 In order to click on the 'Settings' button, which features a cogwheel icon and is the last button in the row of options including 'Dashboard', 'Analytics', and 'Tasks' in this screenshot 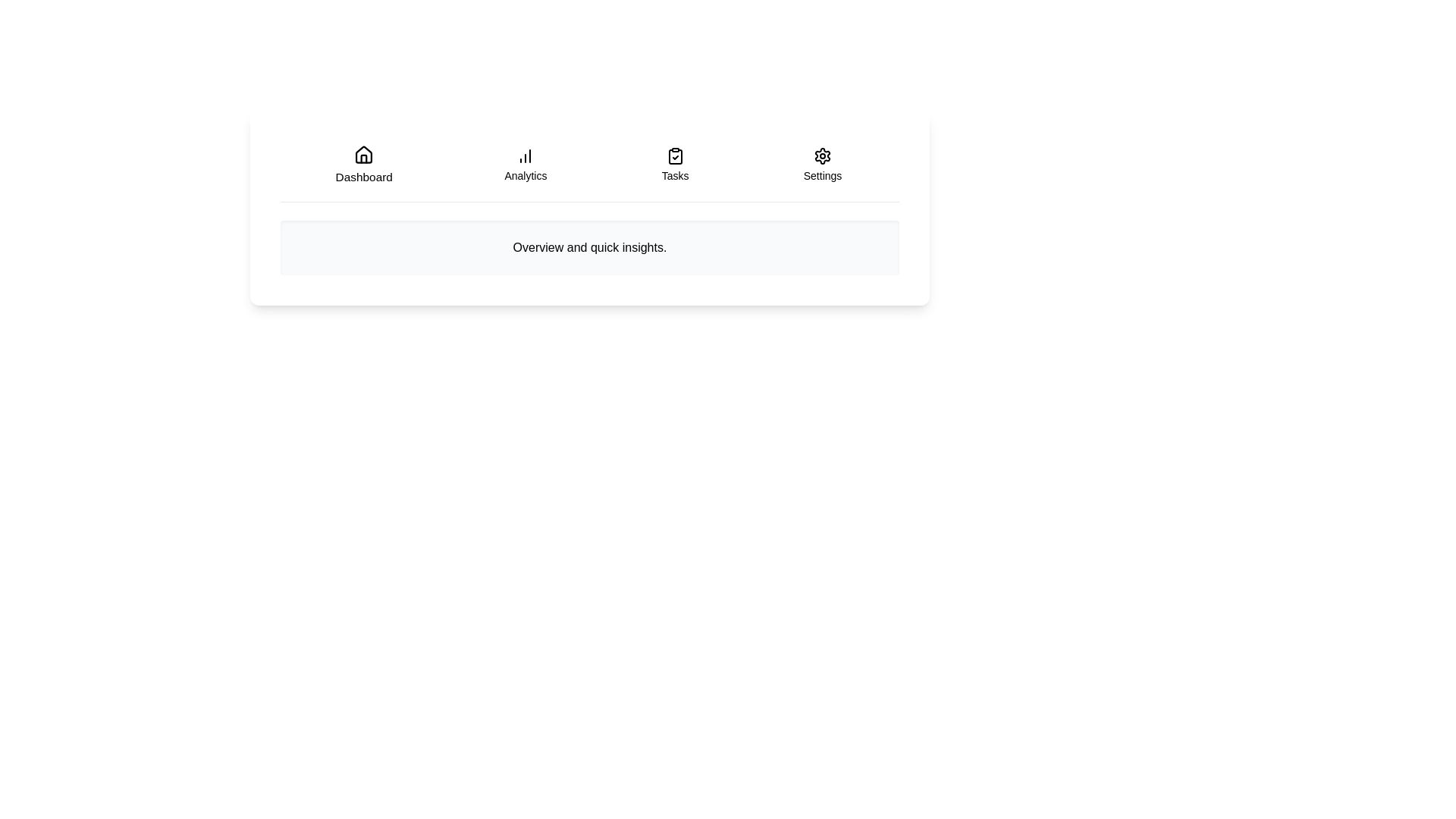, I will do `click(821, 165)`.